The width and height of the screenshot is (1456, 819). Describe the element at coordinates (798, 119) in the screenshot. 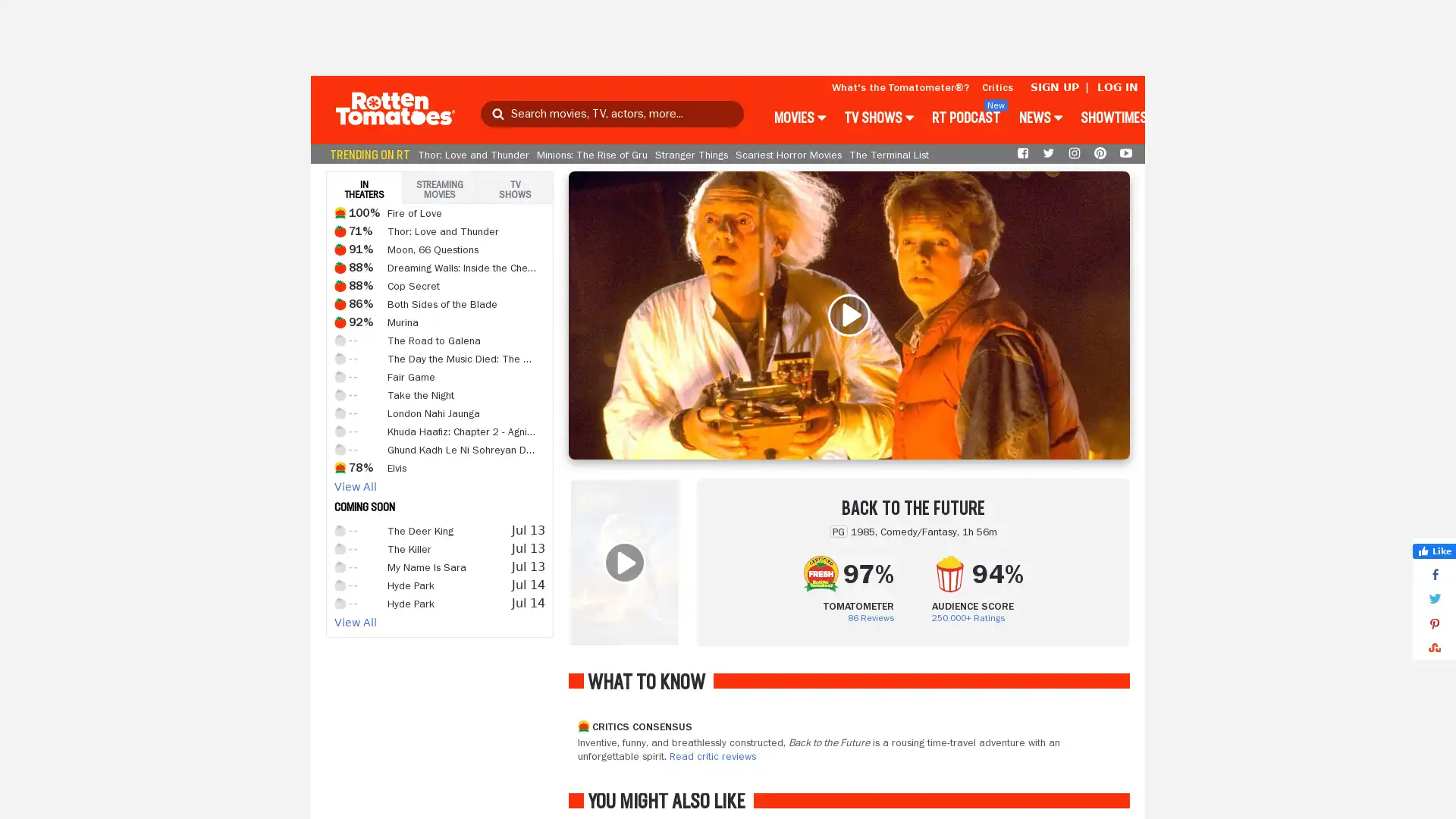

I see `MOVIES` at that location.